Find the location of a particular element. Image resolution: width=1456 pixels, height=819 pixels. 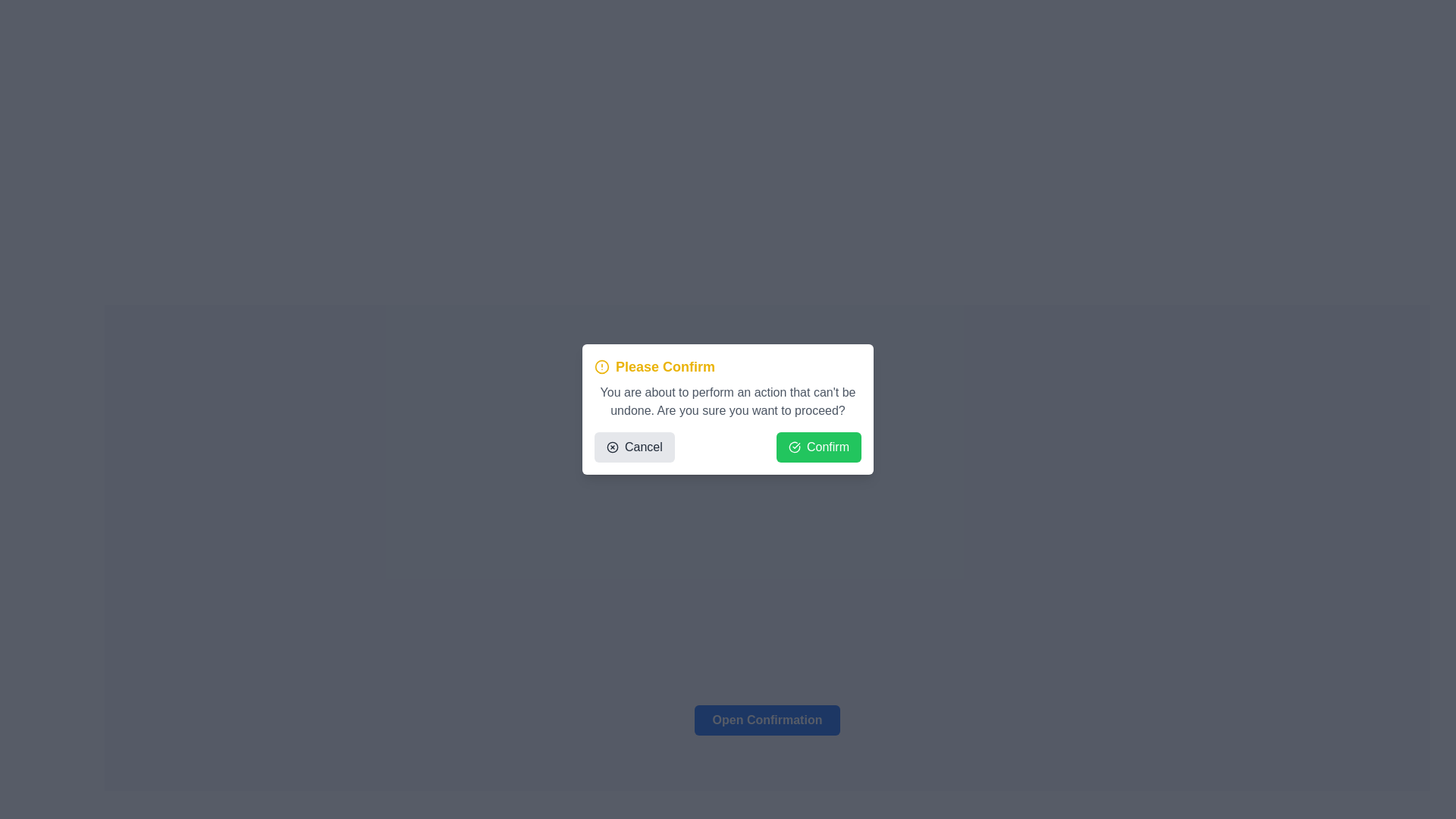

descriptive text in the modal dialog that has a header with 'Please Confirm' and contains 'Cancel' and 'Confirm' buttons is located at coordinates (728, 409).